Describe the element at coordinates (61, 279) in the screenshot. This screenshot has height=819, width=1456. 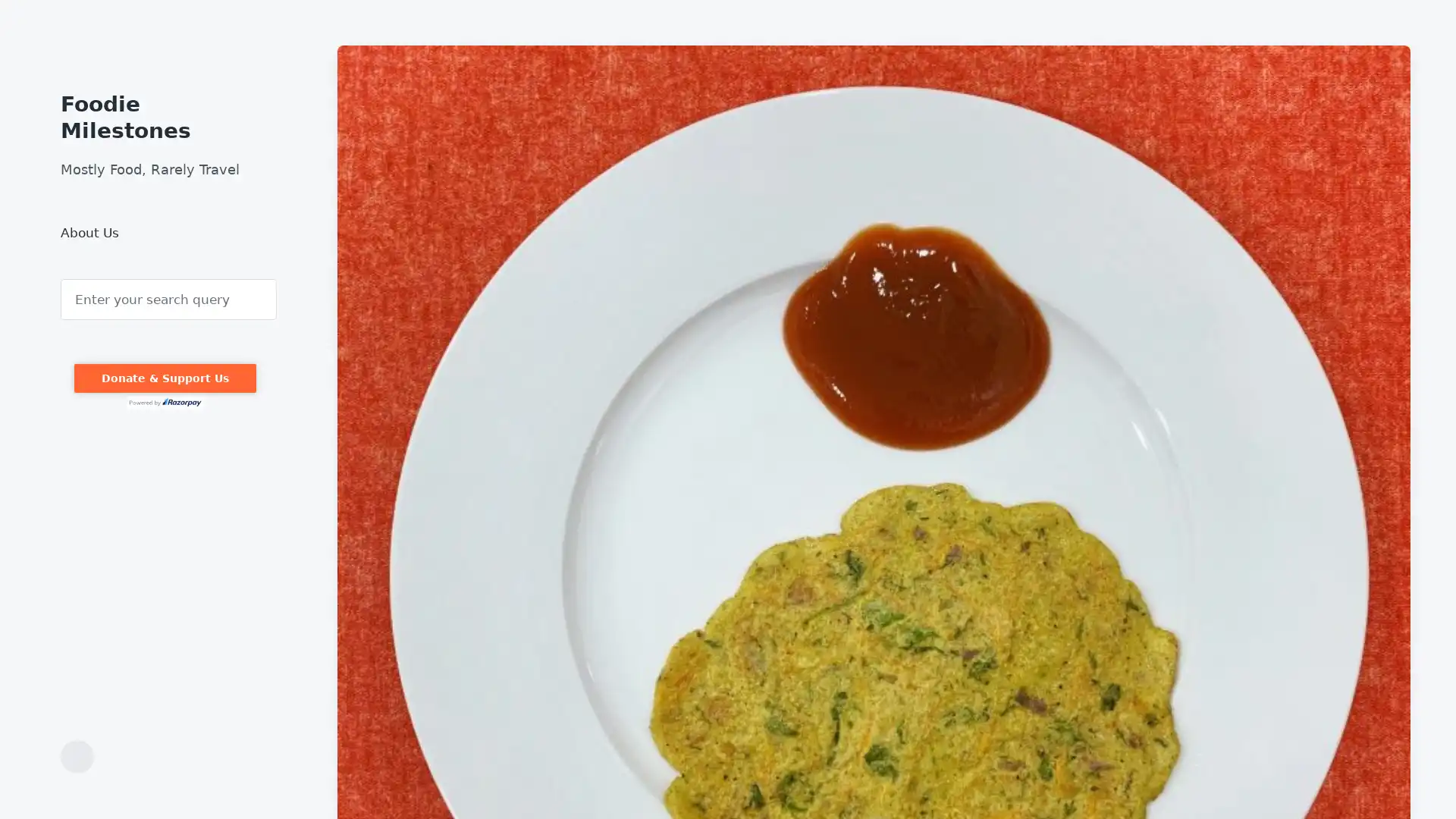
I see `Search` at that location.